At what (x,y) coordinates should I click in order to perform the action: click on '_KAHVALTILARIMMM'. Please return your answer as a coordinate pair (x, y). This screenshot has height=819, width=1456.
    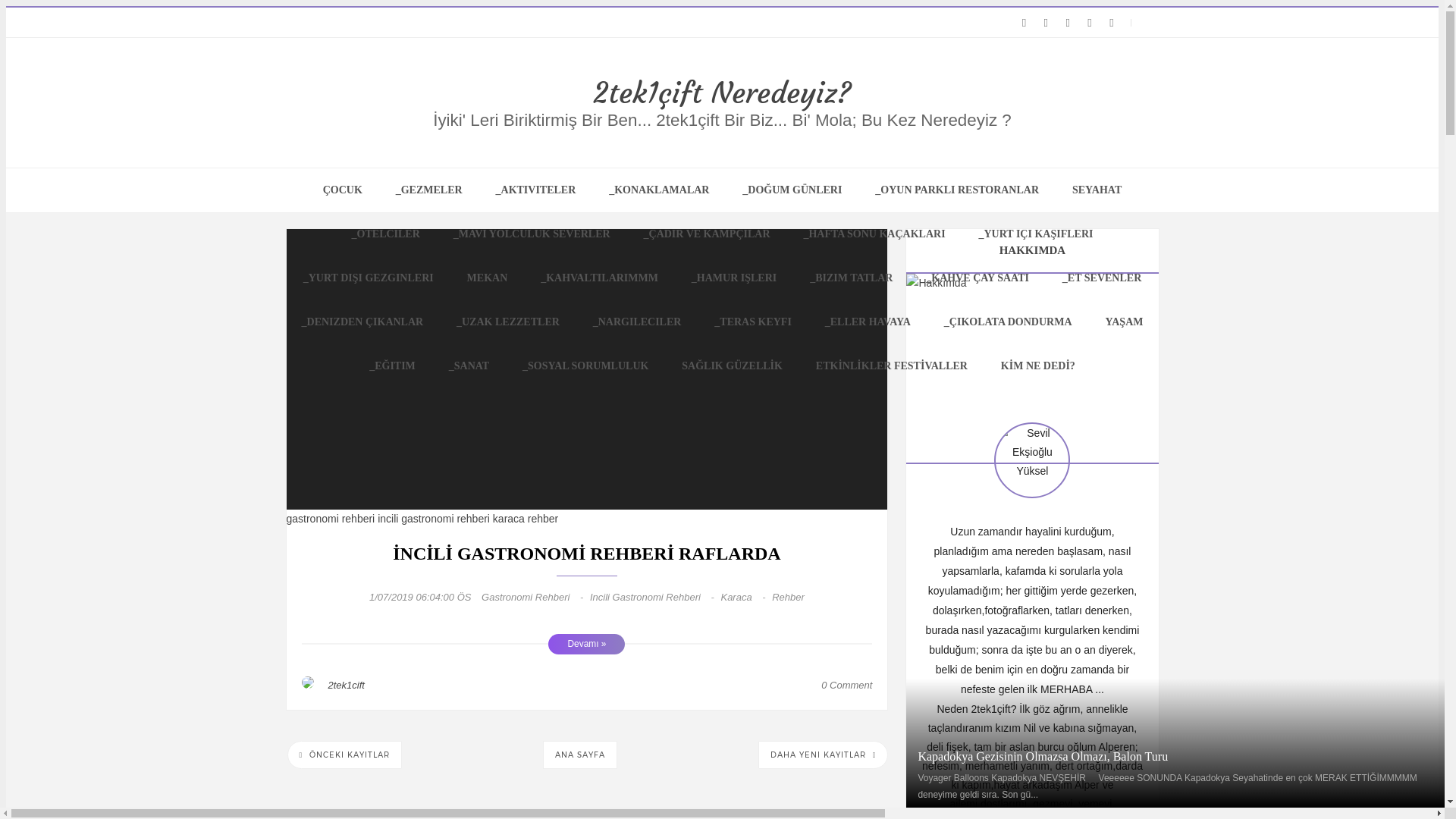
    Looking at the image, I should click on (598, 278).